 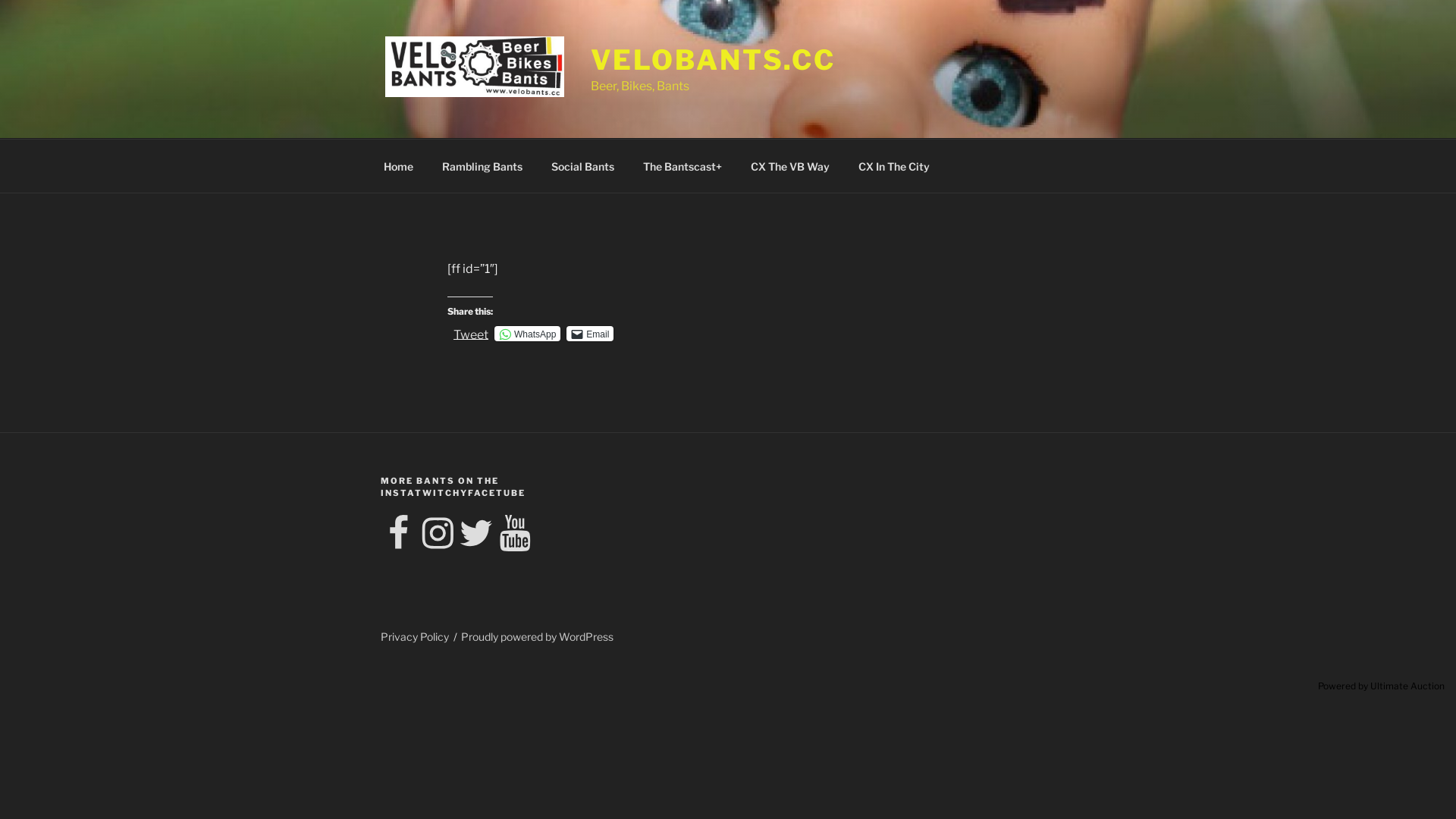 What do you see at coordinates (588, 332) in the screenshot?
I see `'Email'` at bounding box center [588, 332].